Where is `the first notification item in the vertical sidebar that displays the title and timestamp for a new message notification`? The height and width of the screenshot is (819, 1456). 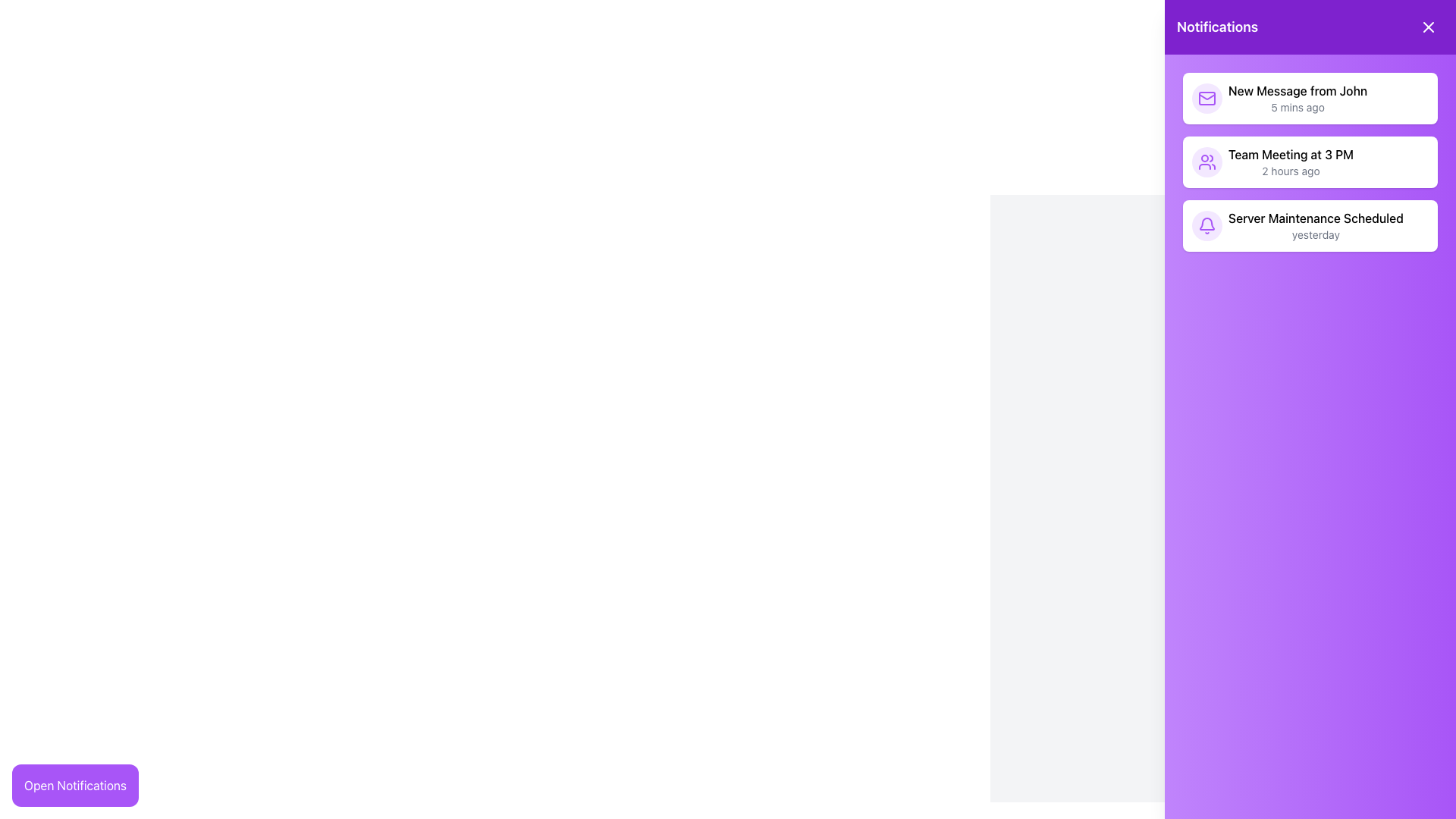
the first notification item in the vertical sidebar that displays the title and timestamp for a new message notification is located at coordinates (1297, 99).